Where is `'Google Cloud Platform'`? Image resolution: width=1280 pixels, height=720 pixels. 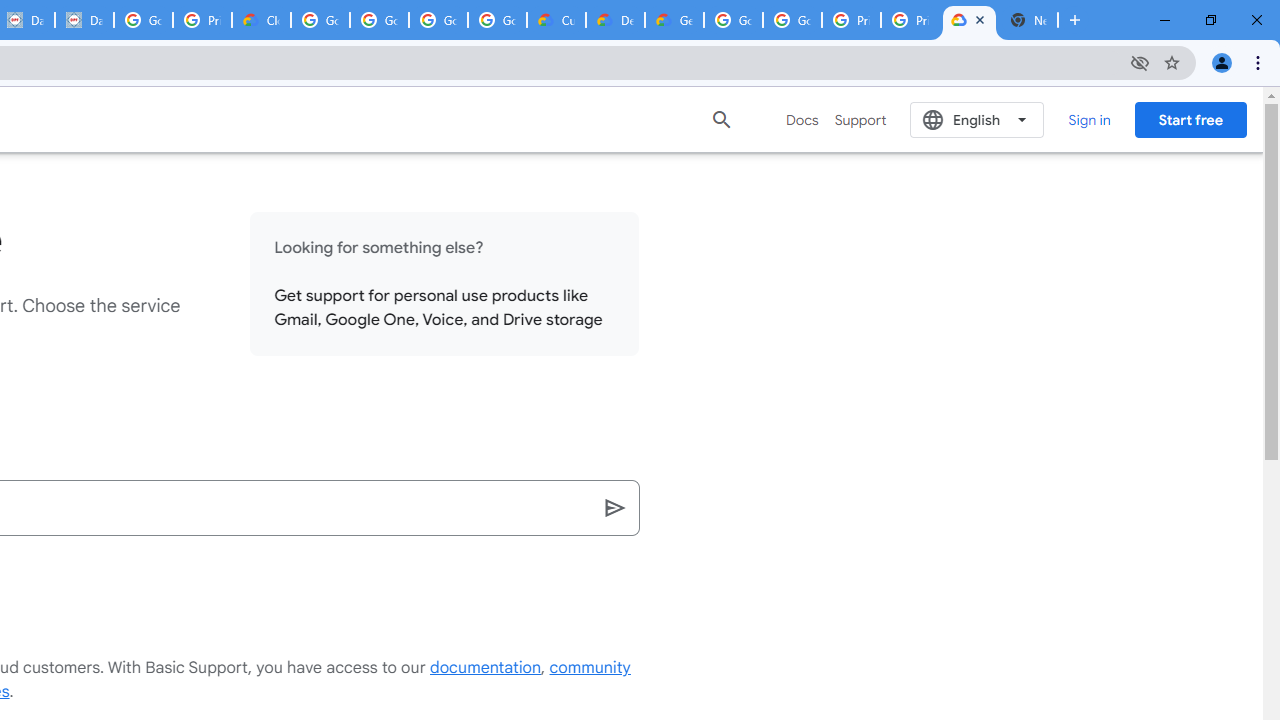 'Google Cloud Platform' is located at coordinates (791, 20).